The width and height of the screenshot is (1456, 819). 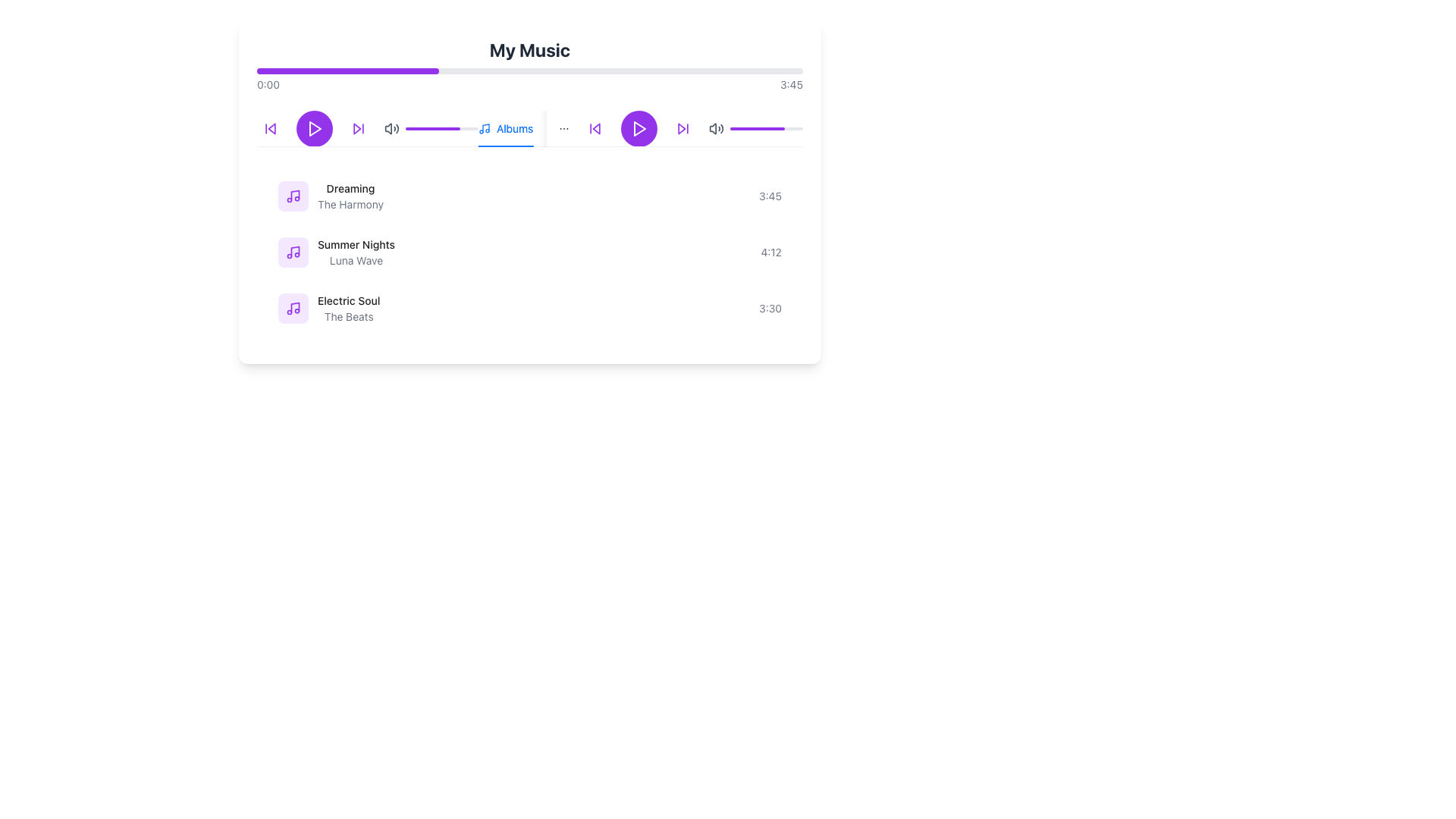 I want to click on the media progress, so click(x=436, y=71).